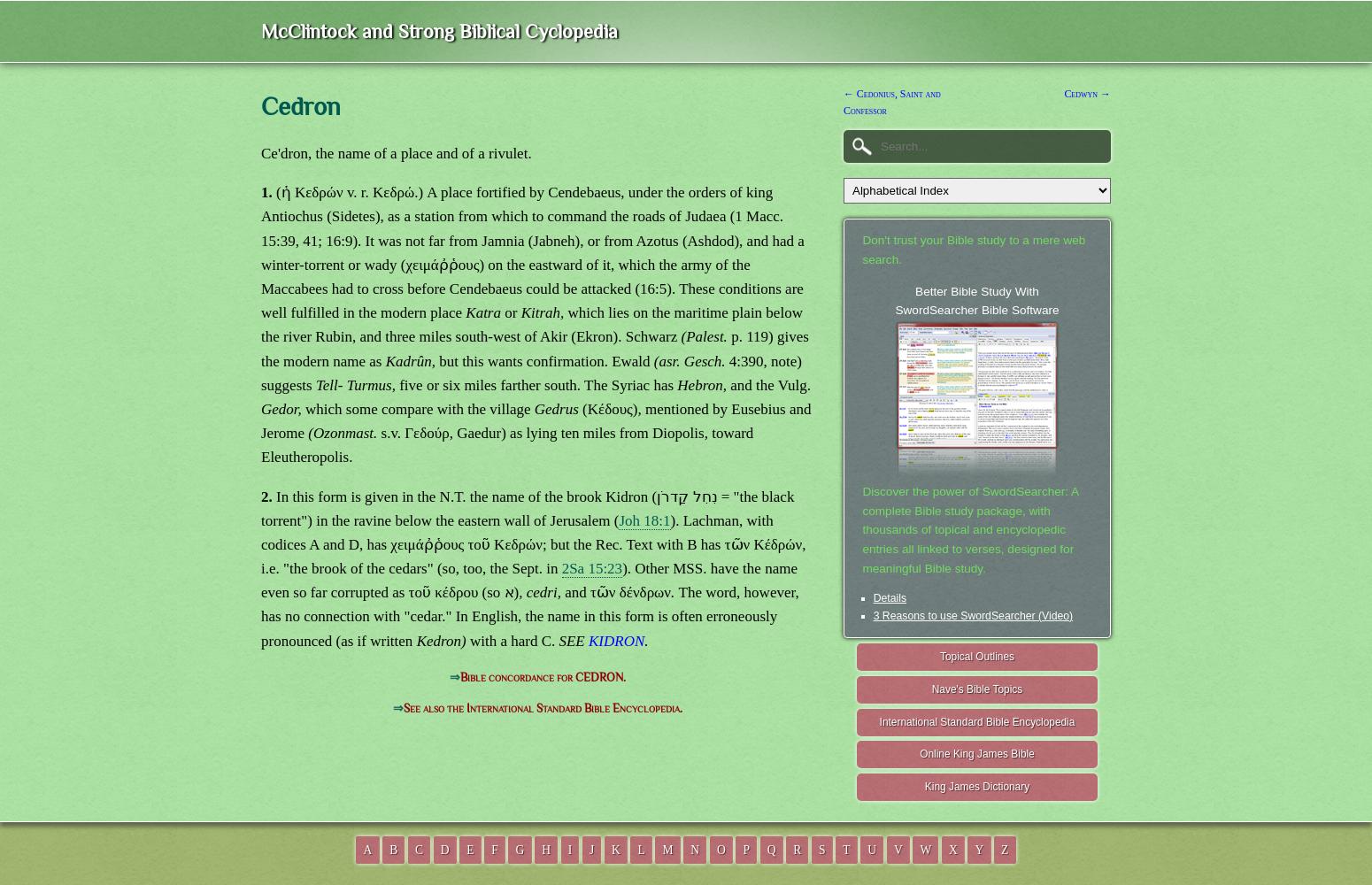  Describe the element at coordinates (667, 848) in the screenshot. I see `'M'` at that location.